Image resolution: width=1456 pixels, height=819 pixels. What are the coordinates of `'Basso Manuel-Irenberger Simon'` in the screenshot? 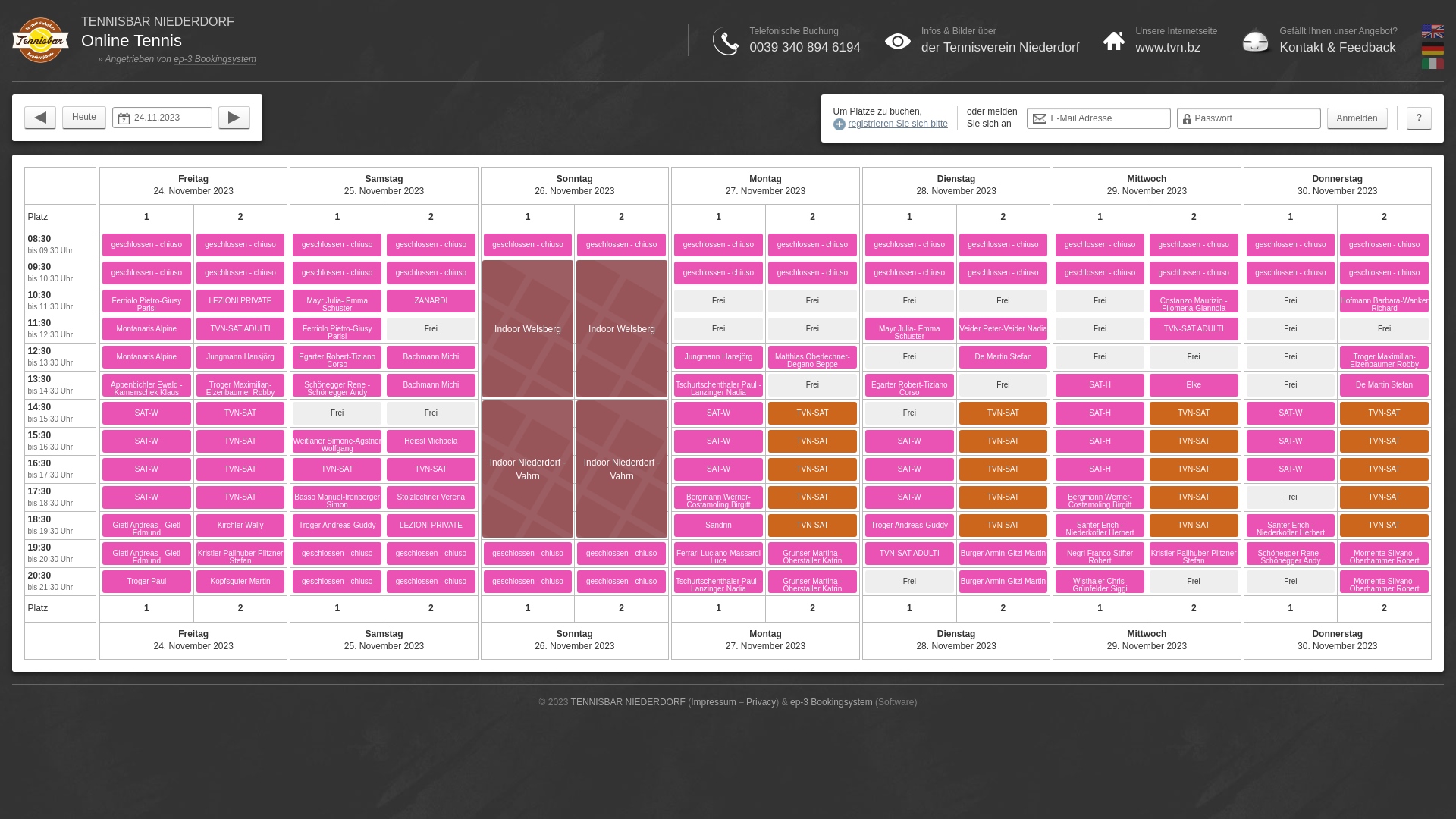 It's located at (336, 497).